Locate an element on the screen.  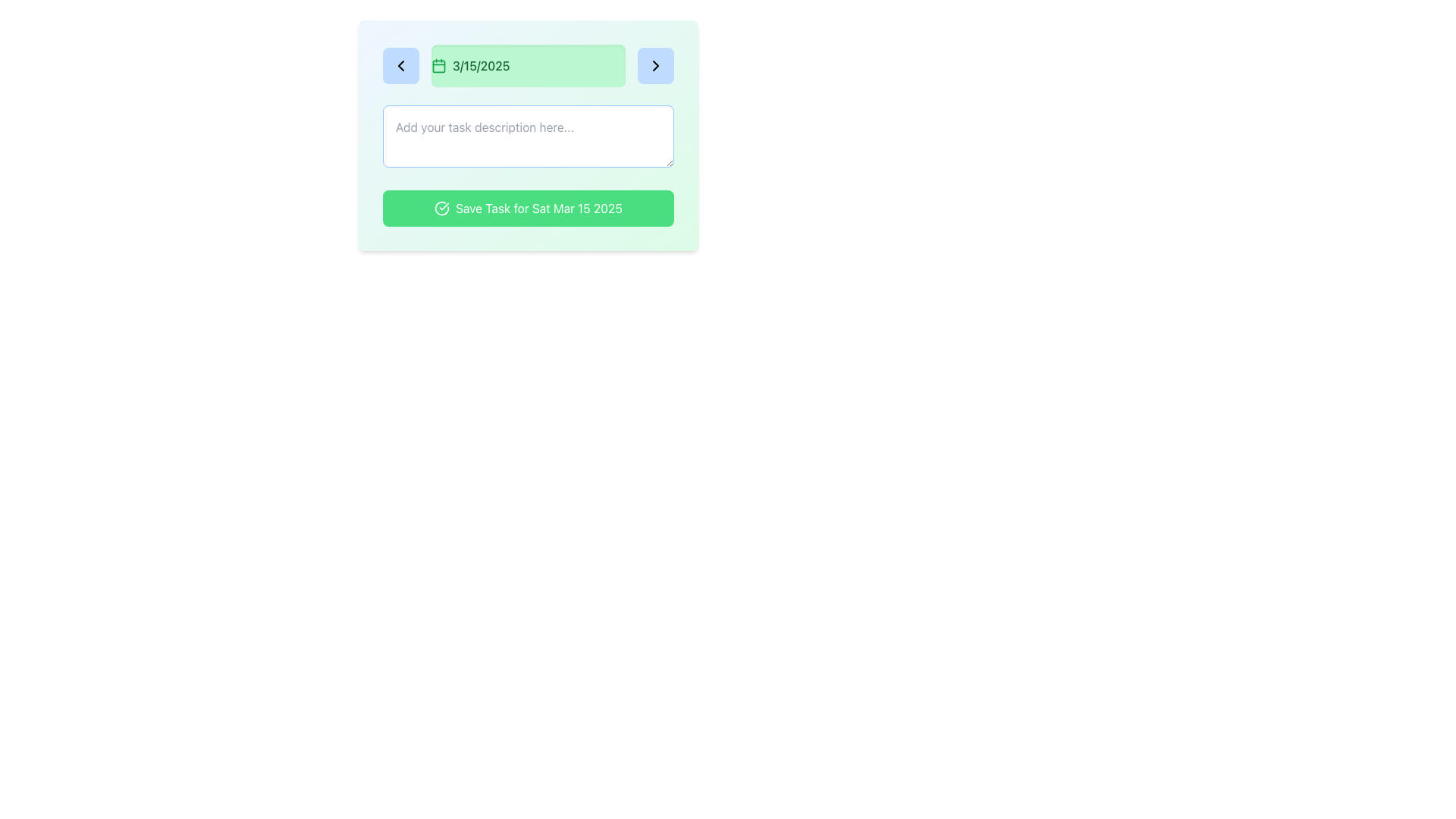
the SVG Rectangle element associated with the calendar icon located to the left of the date '3/15/2025' is located at coordinates (438, 65).